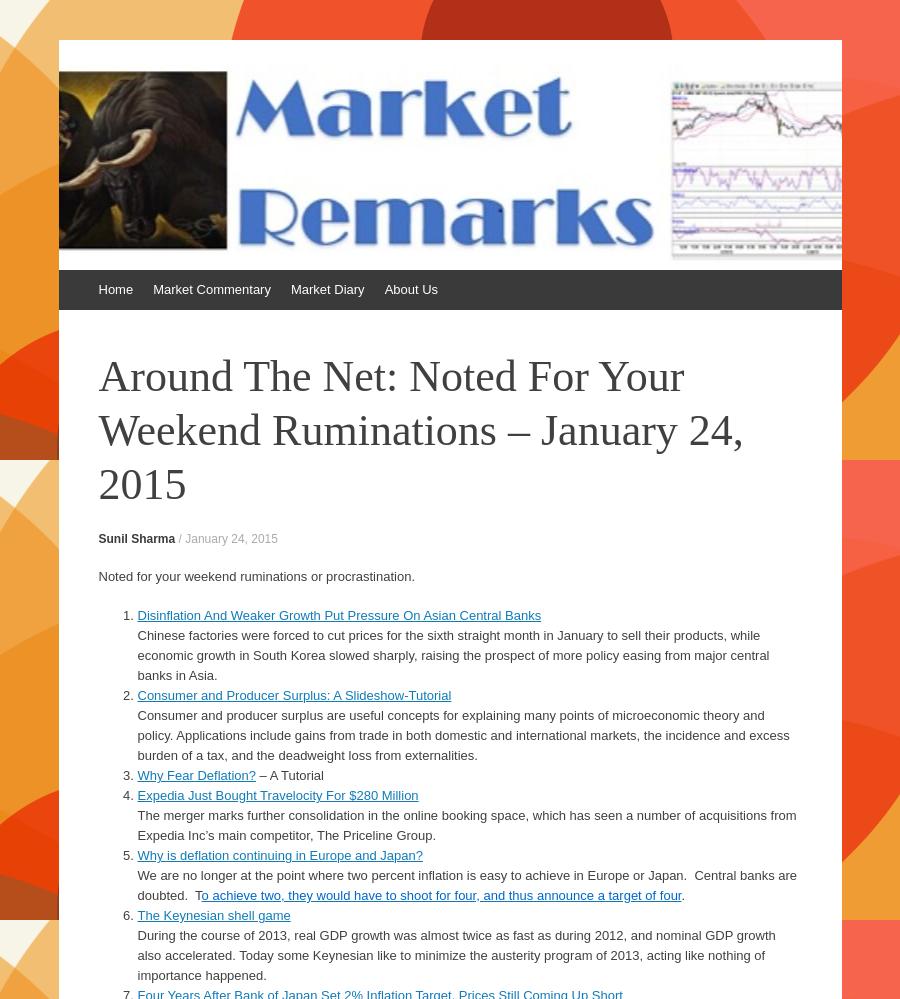  Describe the element at coordinates (230, 537) in the screenshot. I see `'January 24, 2015'` at that location.